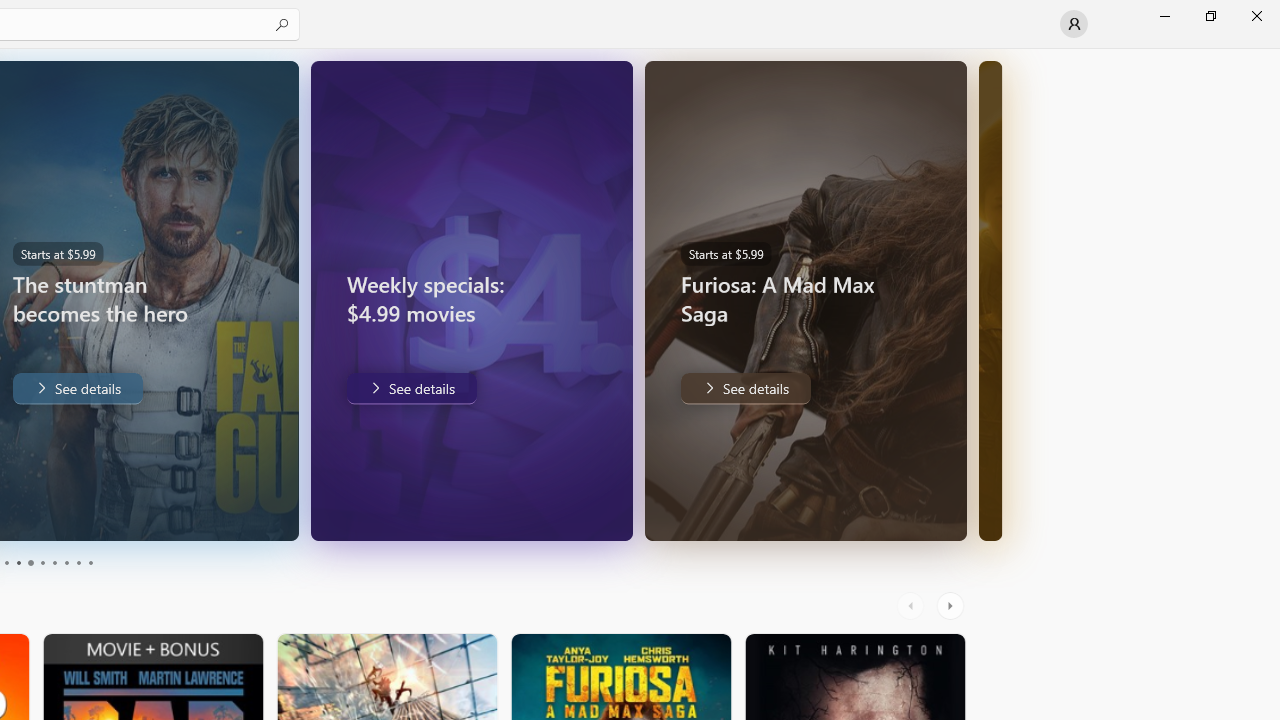 The height and width of the screenshot is (720, 1280). What do you see at coordinates (78, 563) in the screenshot?
I see `'Page 9'` at bounding box center [78, 563].